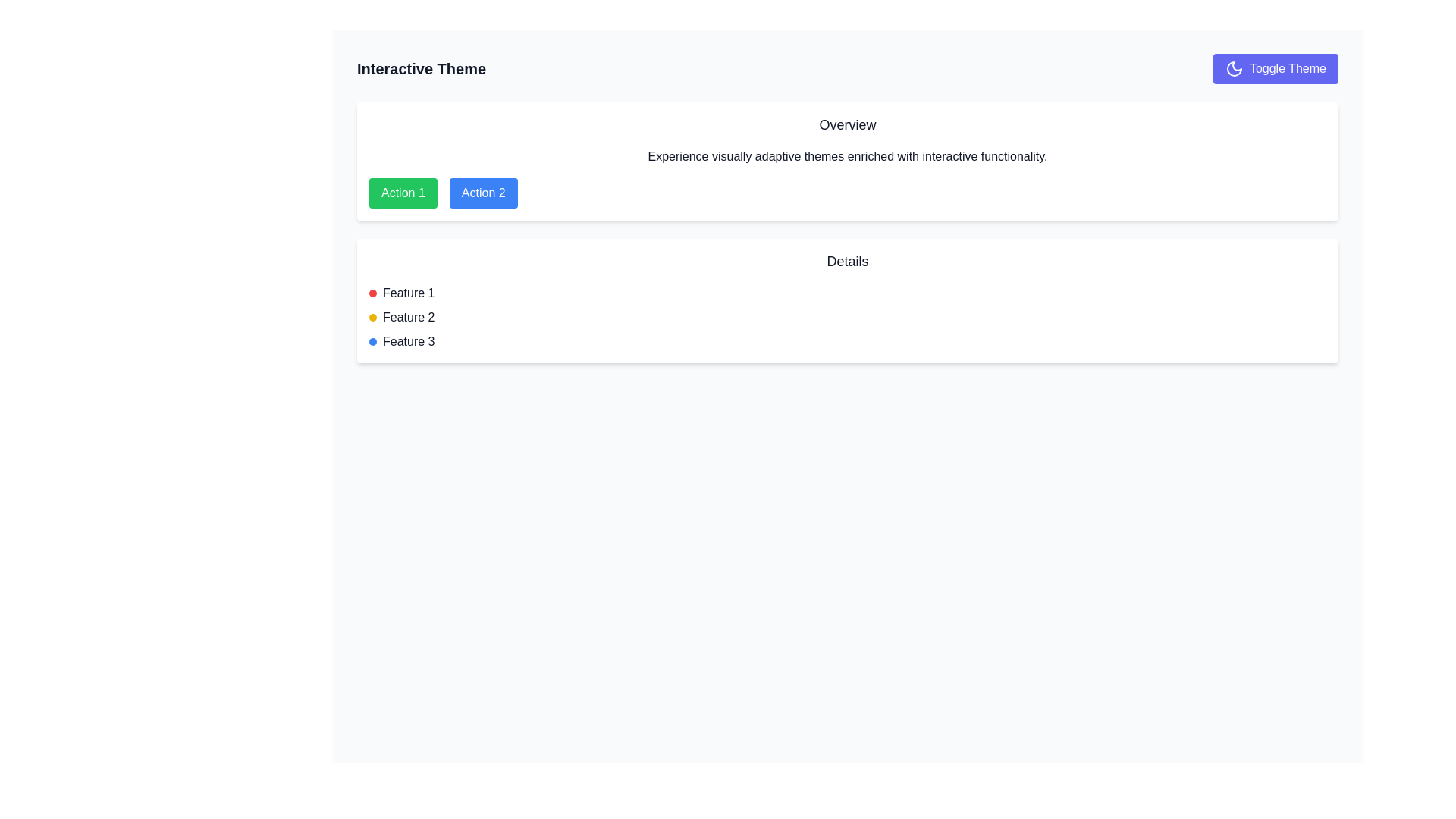 The height and width of the screenshot is (819, 1456). What do you see at coordinates (847, 260) in the screenshot?
I see `the Text Label element styled with a larger font size and medium weight, which is located centrally above a list of features and just below the 'Overview' section` at bounding box center [847, 260].